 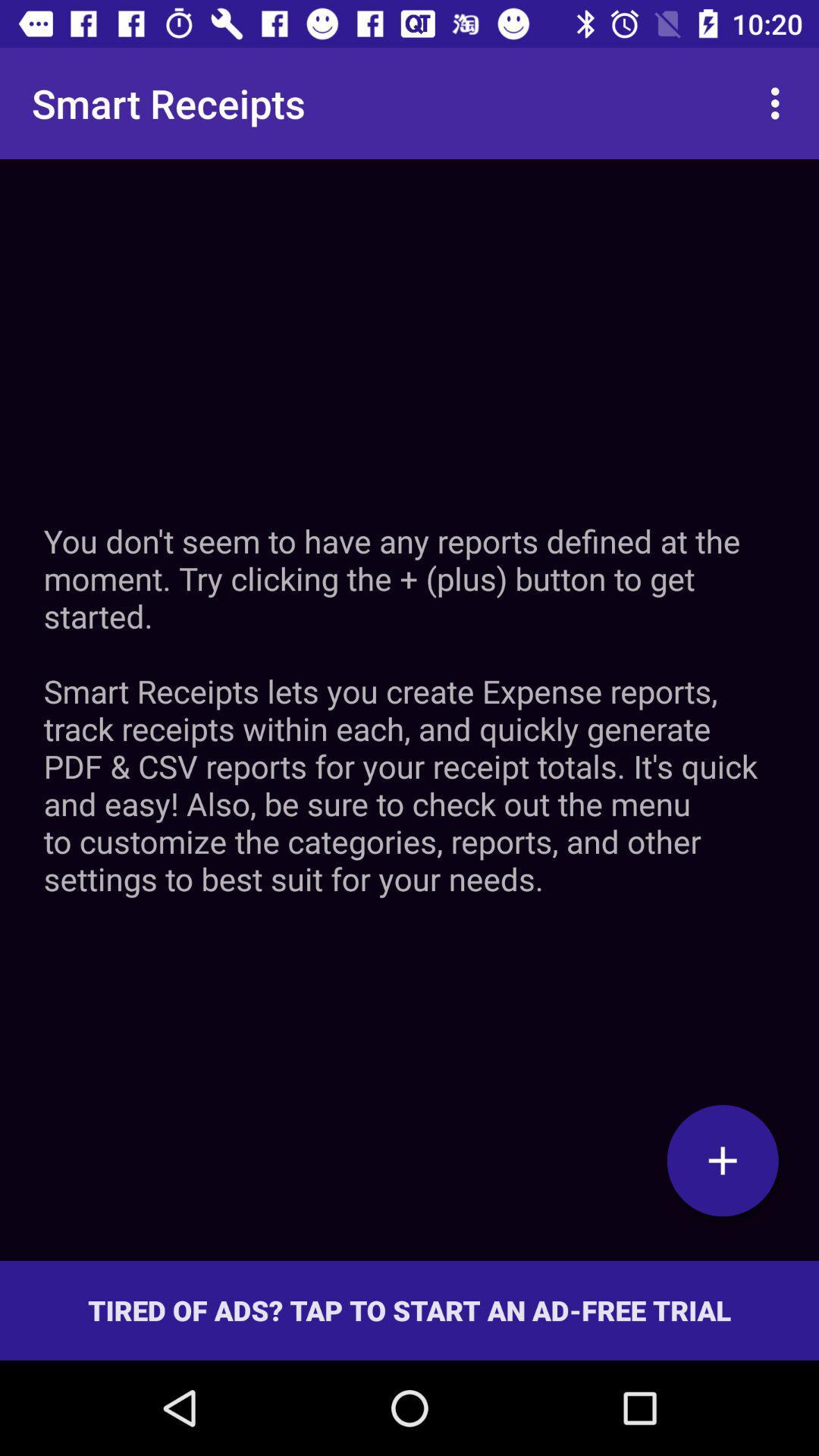 What do you see at coordinates (409, 1310) in the screenshot?
I see `the tired of ads` at bounding box center [409, 1310].